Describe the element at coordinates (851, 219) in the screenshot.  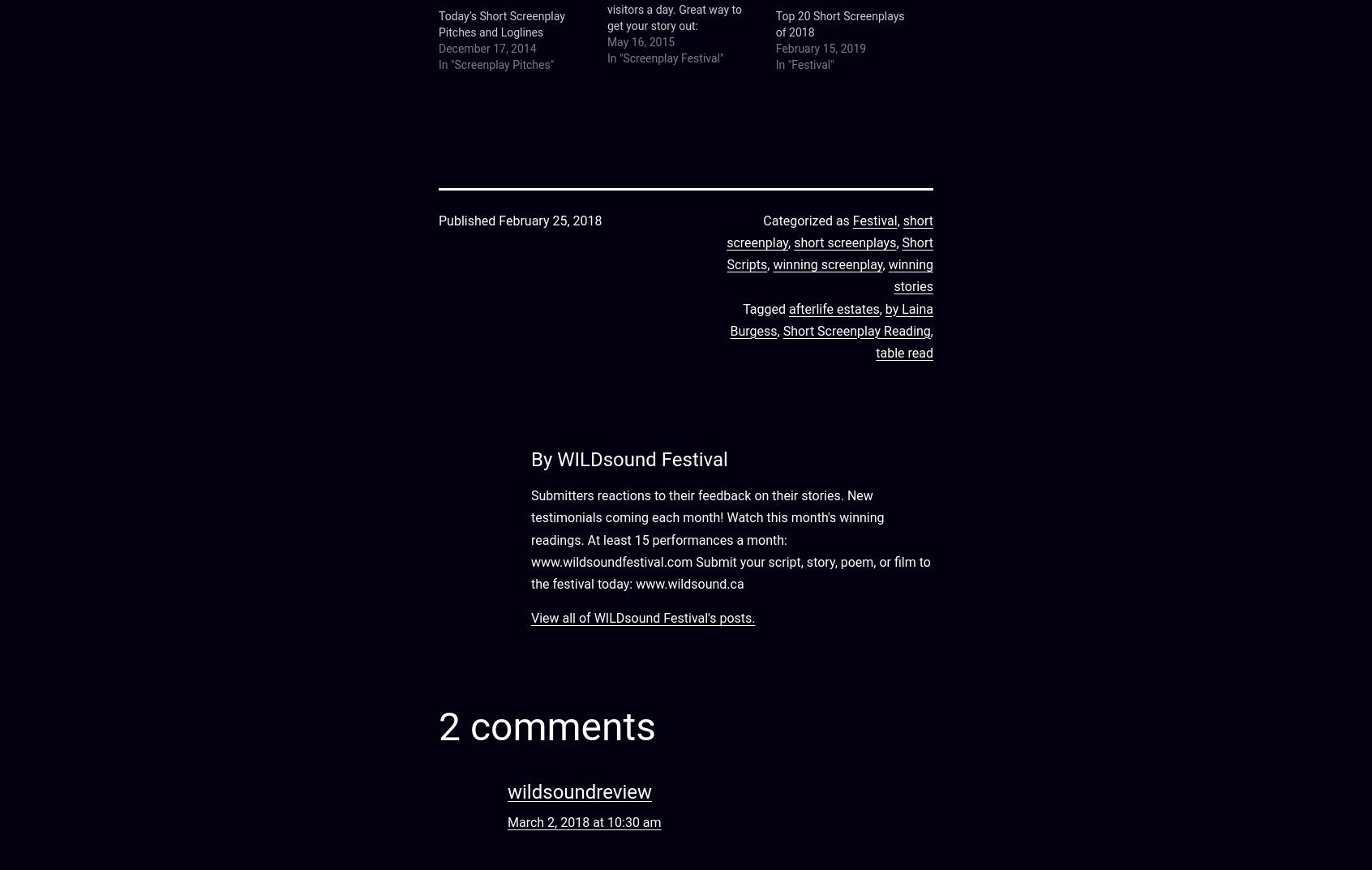
I see `'Festival'` at that location.